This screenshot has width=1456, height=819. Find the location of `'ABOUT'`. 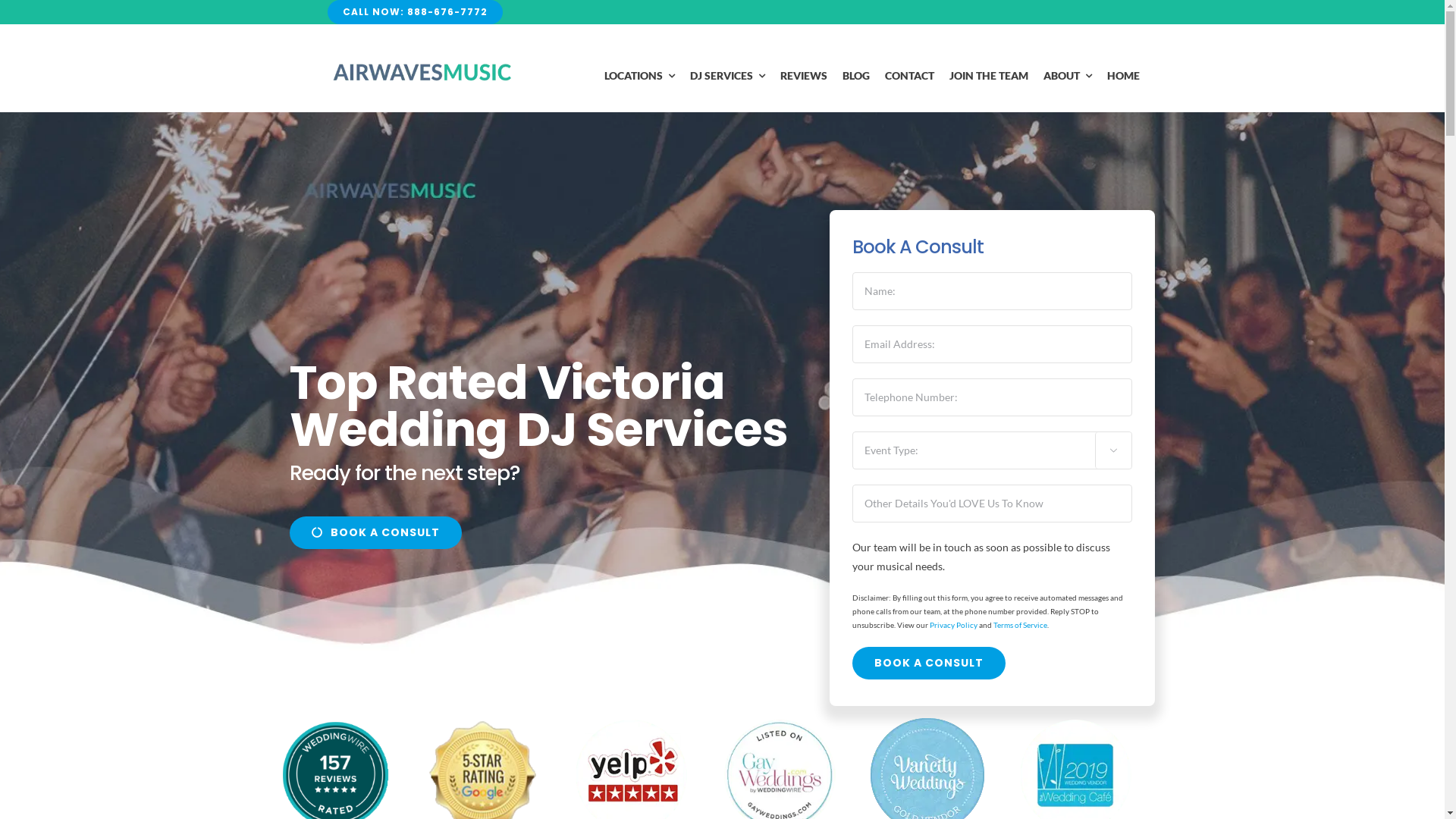

'ABOUT' is located at coordinates (1043, 76).